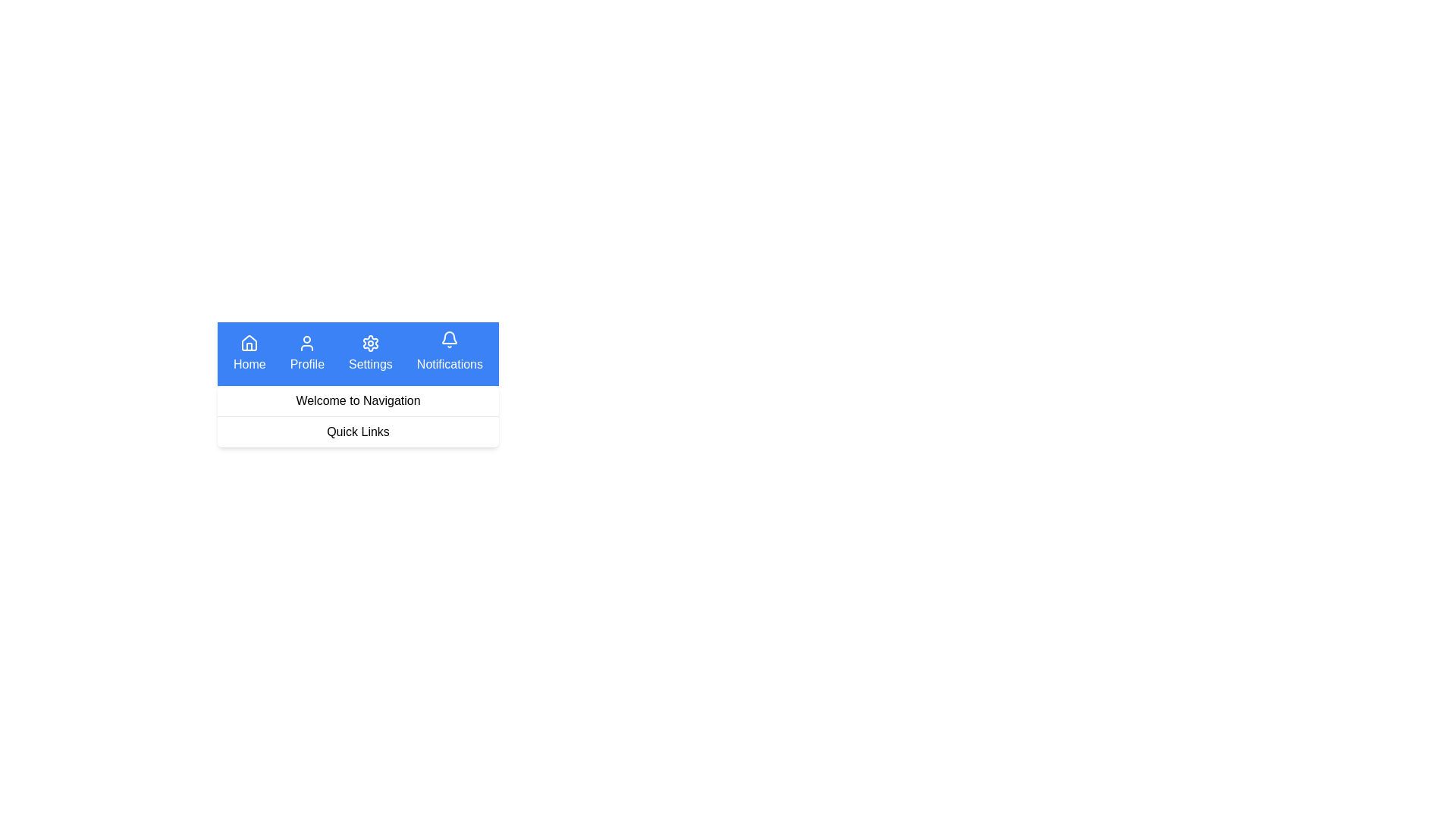 The image size is (1456, 819). What do you see at coordinates (249, 353) in the screenshot?
I see `the Home navigation button` at bounding box center [249, 353].